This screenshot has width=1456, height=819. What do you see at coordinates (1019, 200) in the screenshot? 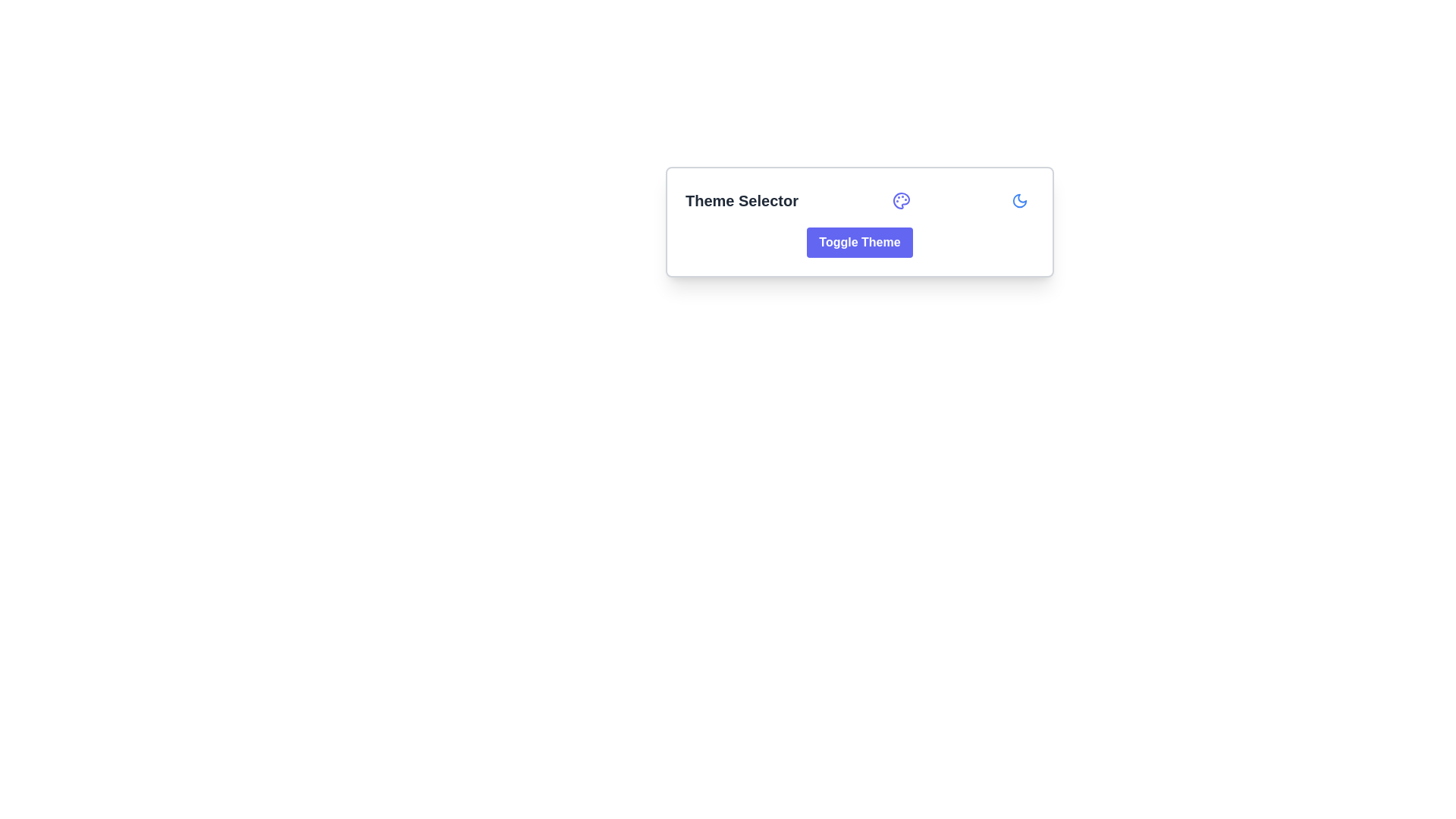
I see `the moon icon located in the top-right corner of the theme selector card, which serves as an indicator for toggling themes` at bounding box center [1019, 200].